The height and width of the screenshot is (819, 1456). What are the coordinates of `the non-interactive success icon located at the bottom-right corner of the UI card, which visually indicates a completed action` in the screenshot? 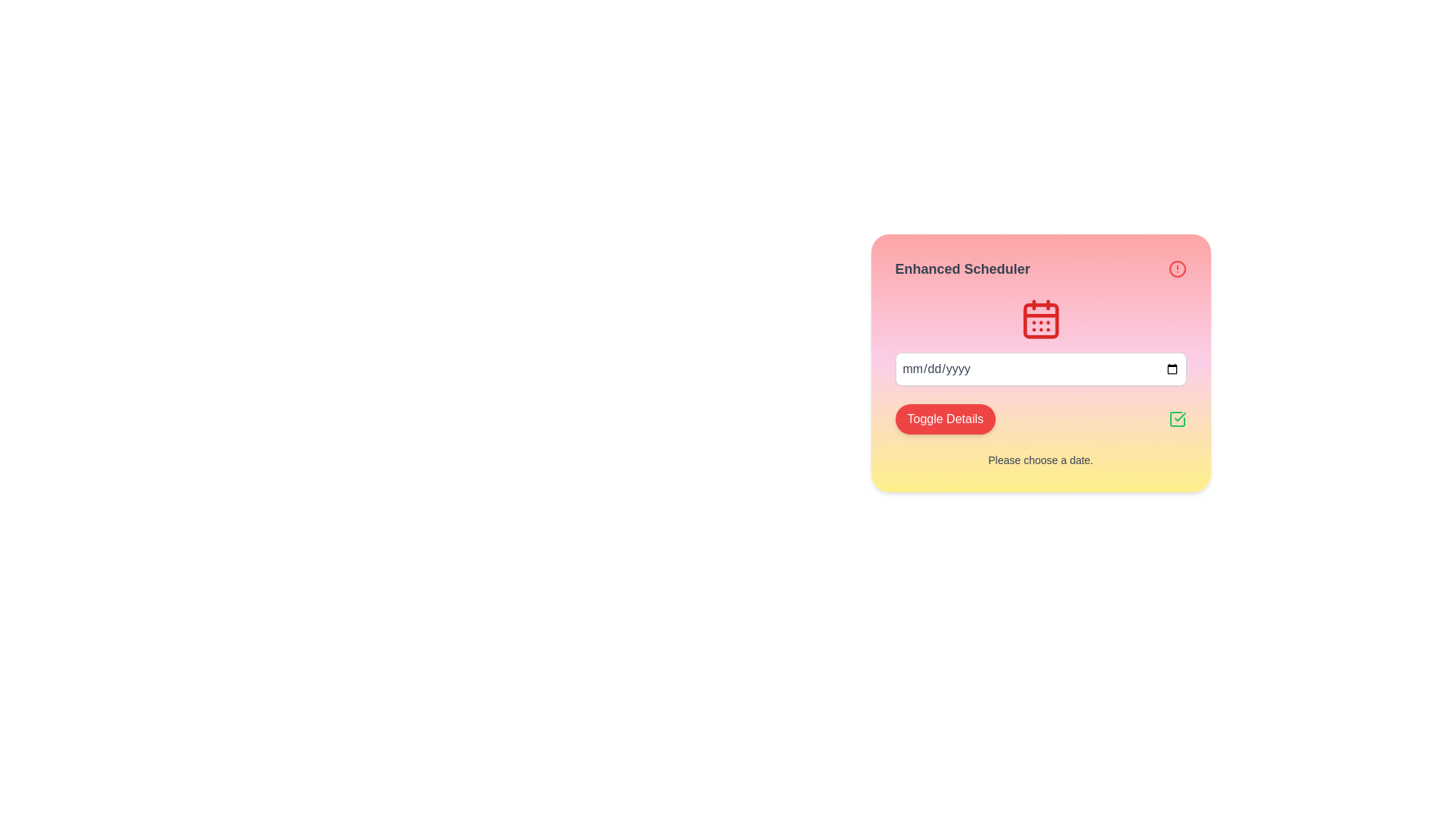 It's located at (1176, 419).